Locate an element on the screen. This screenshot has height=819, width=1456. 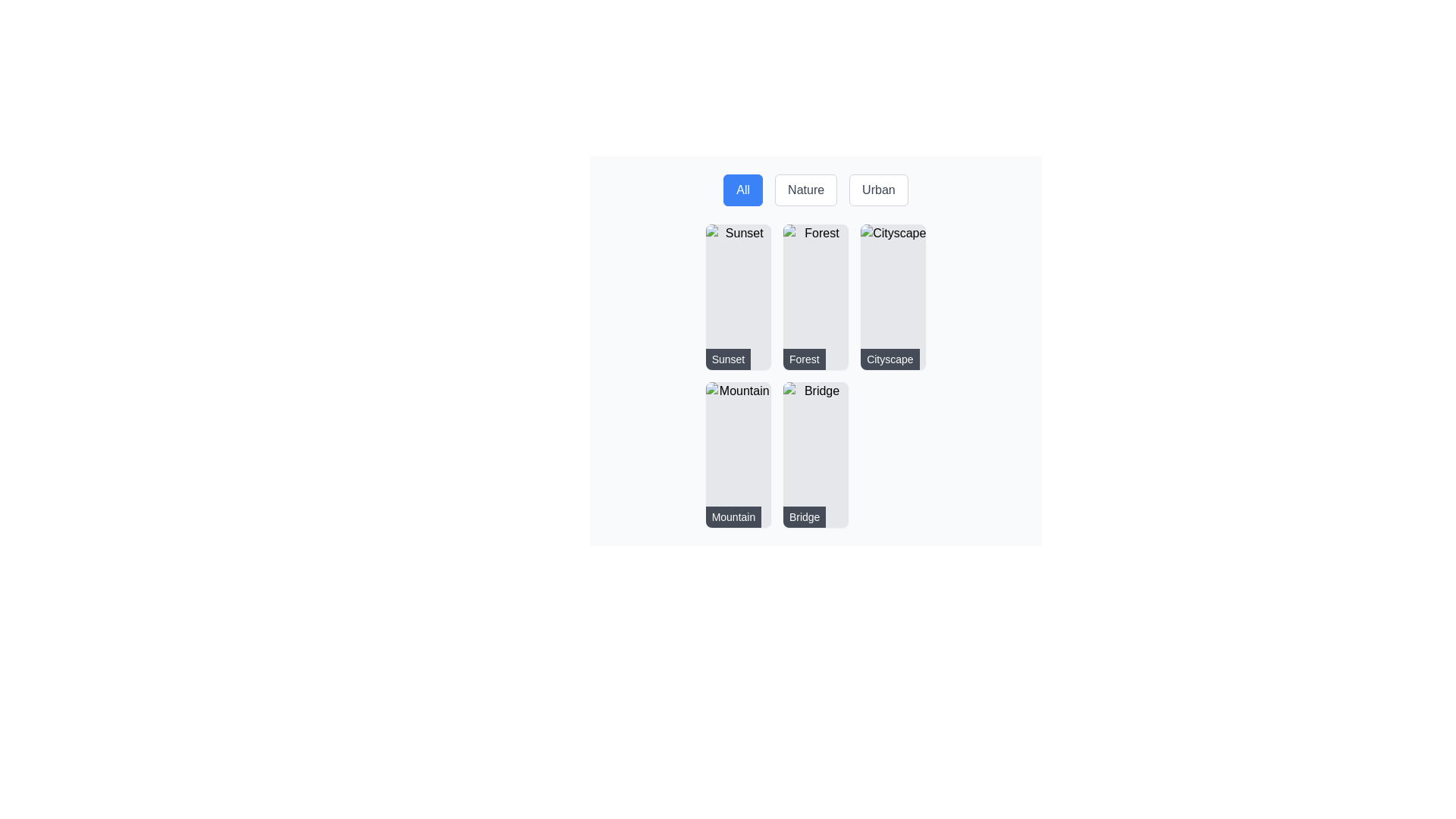
the vertical card labeled 'Forest' in the grid layout is located at coordinates (814, 350).